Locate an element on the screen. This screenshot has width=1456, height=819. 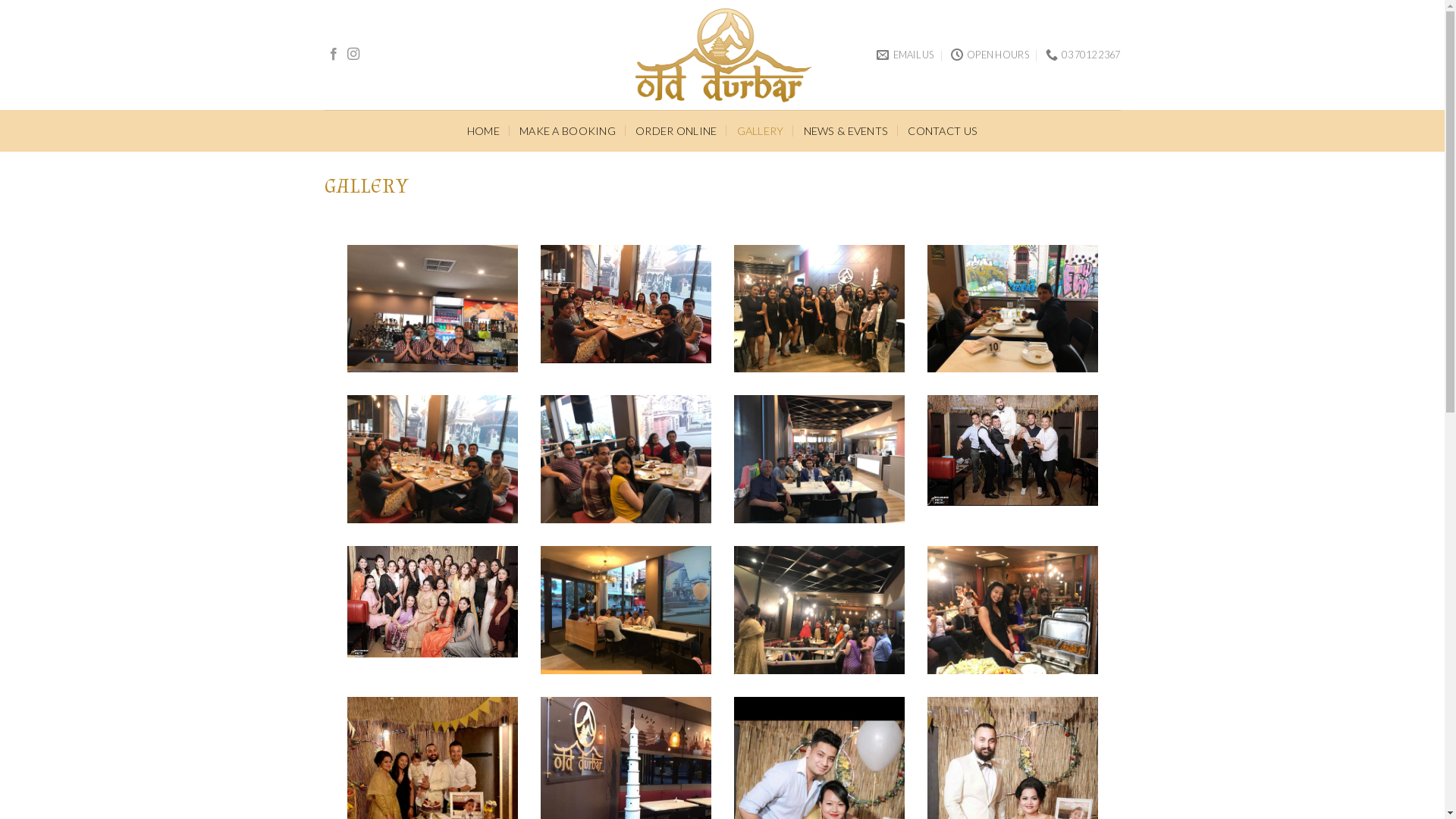
'ORDER ONLINE' is located at coordinates (635, 130).